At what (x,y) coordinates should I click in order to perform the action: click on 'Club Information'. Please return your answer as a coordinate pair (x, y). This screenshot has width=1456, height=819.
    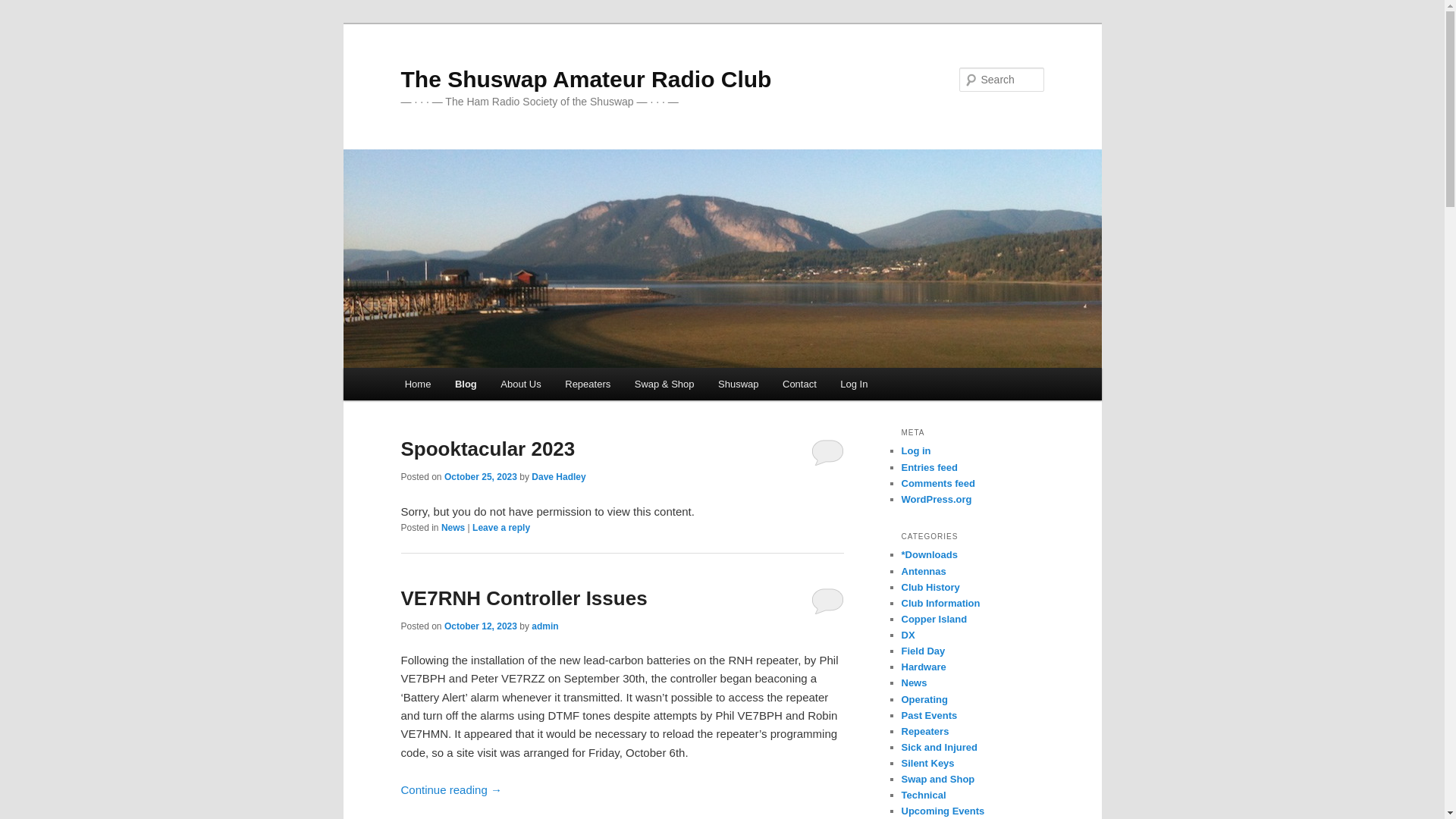
    Looking at the image, I should click on (939, 602).